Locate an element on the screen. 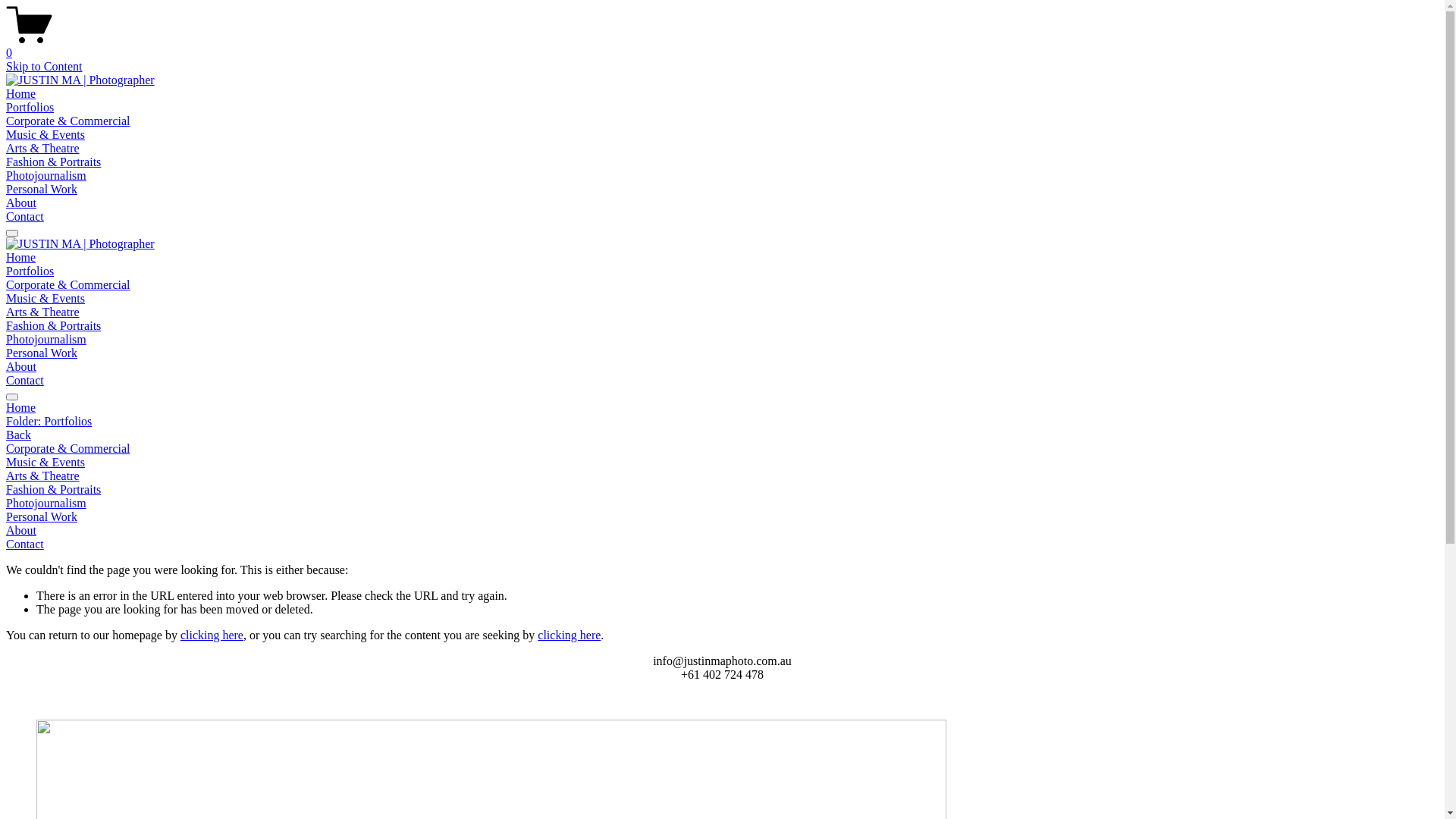 The width and height of the screenshot is (1456, 819). 'Arts & Theatre' is located at coordinates (42, 311).